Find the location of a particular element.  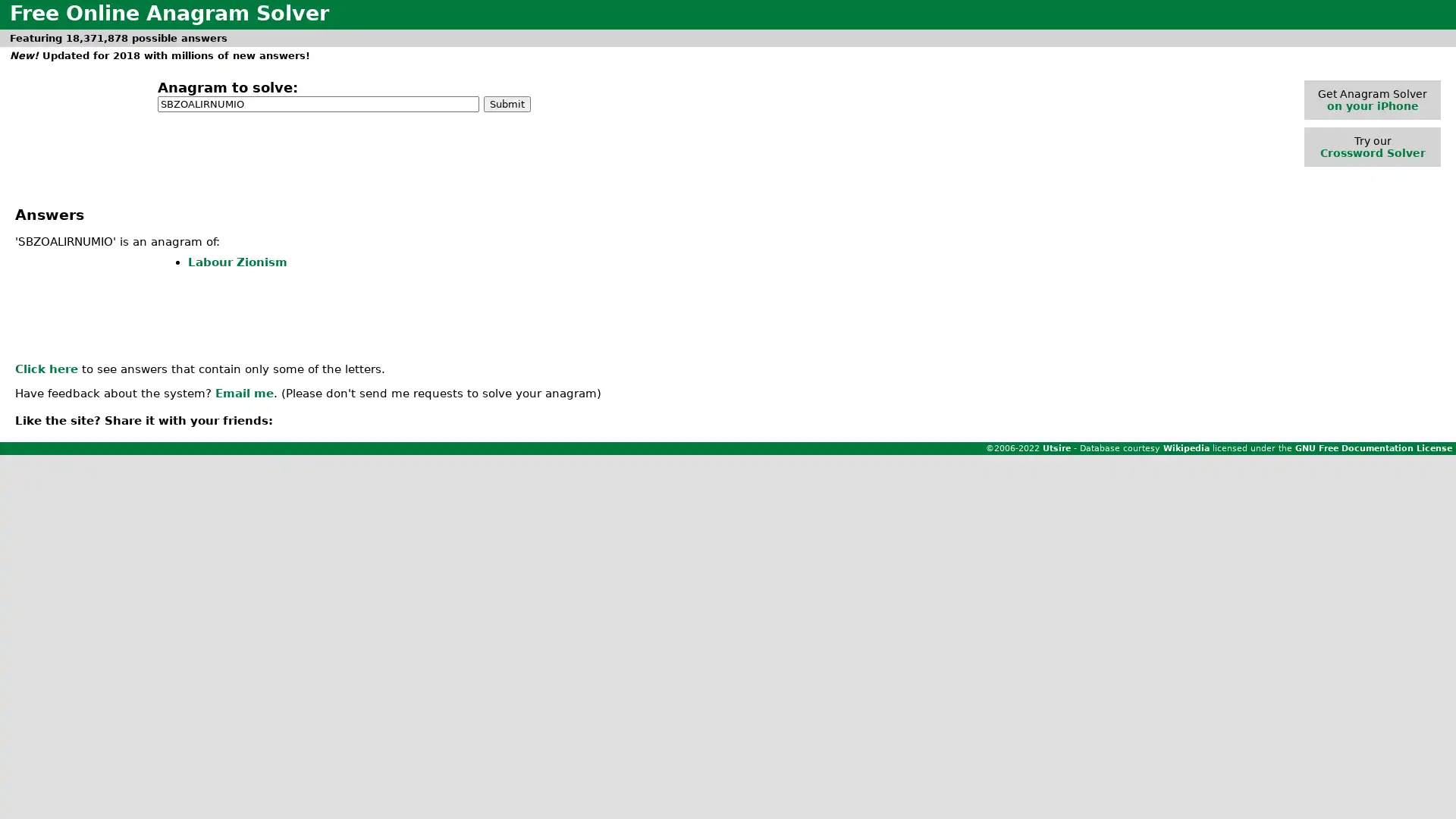

Submit is located at coordinates (507, 102).